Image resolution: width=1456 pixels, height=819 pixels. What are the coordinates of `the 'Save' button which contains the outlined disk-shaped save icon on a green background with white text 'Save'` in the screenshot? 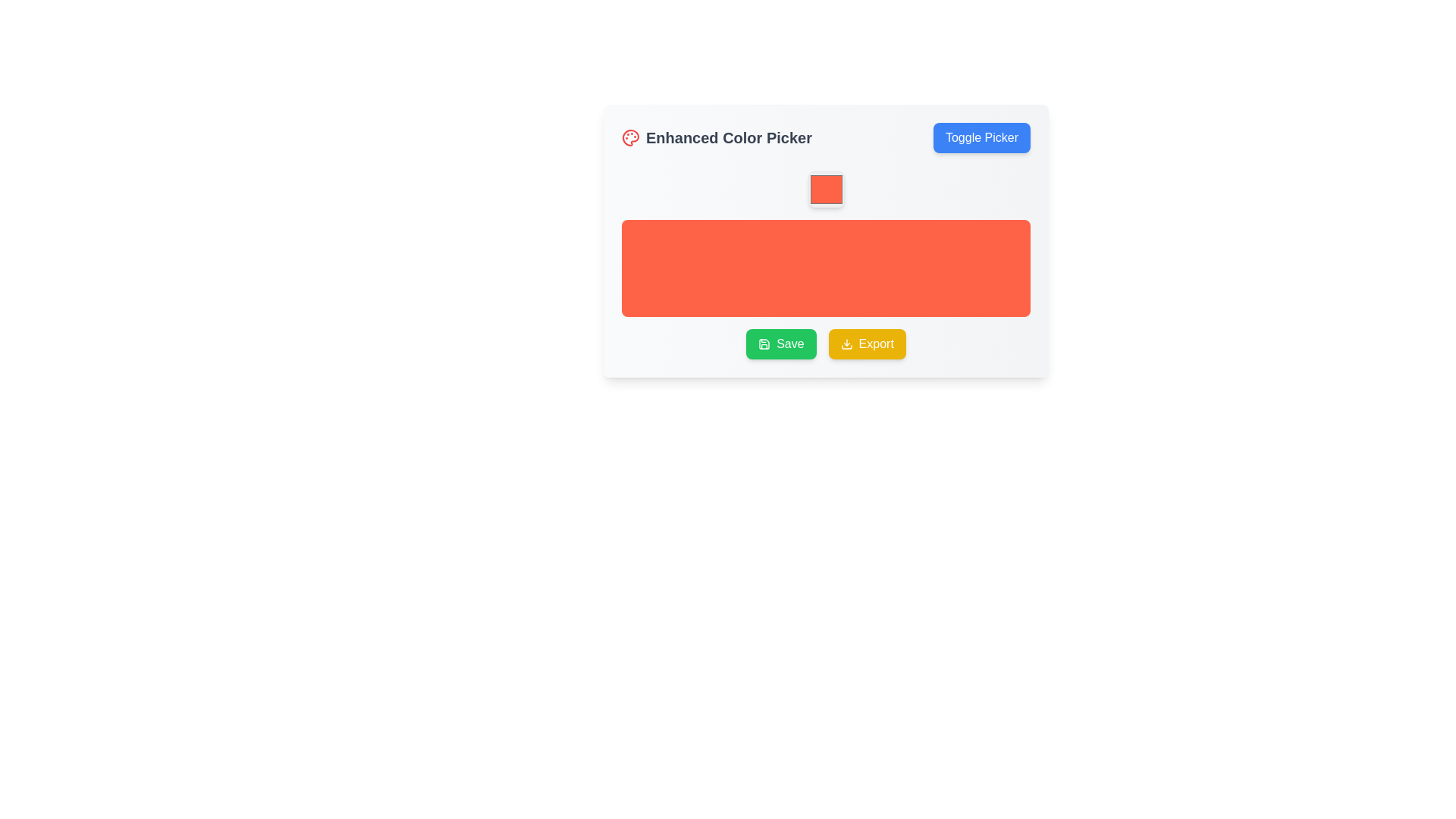 It's located at (764, 344).